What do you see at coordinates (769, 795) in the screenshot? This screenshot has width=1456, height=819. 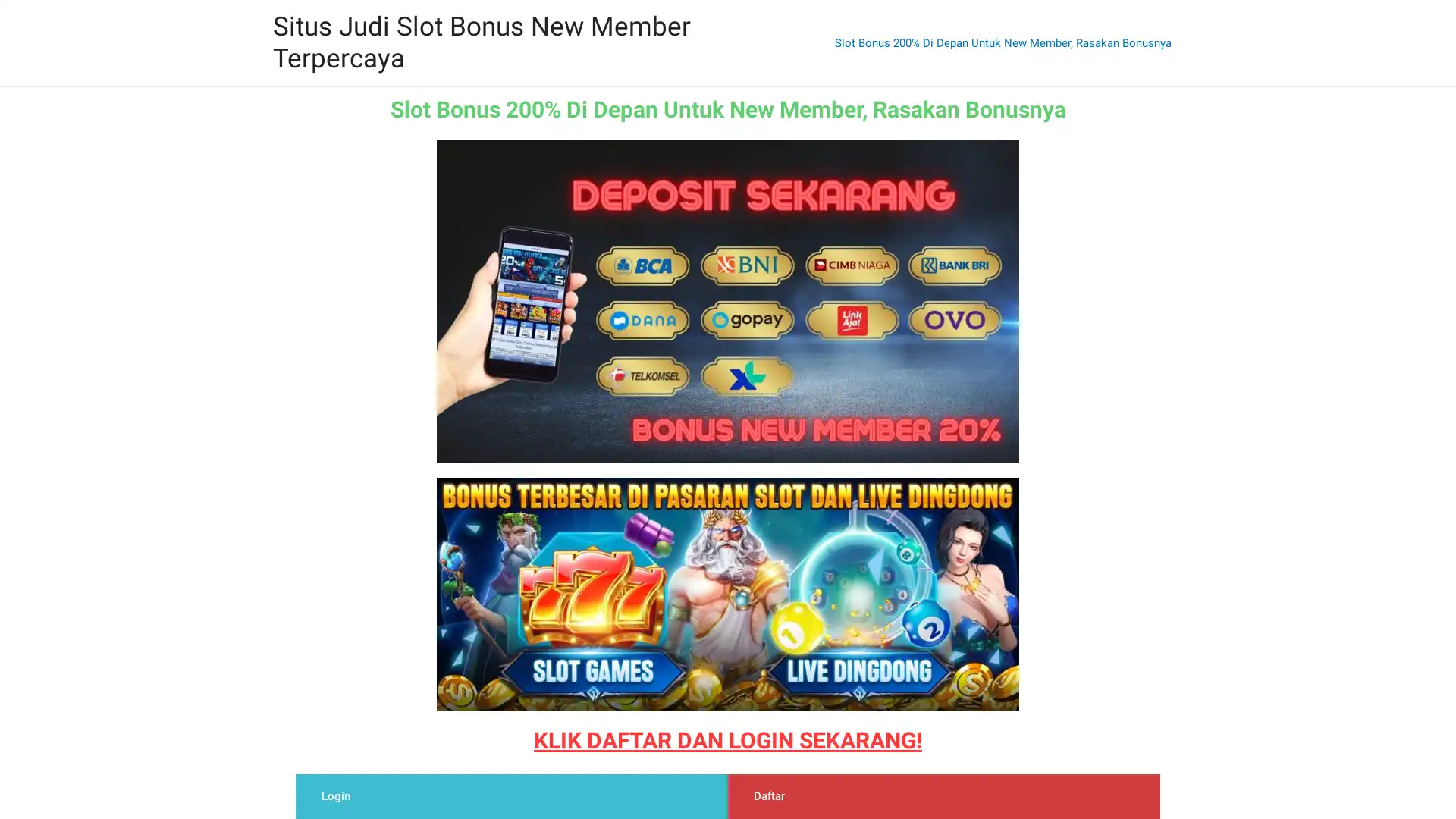 I see `Daftar` at bounding box center [769, 795].